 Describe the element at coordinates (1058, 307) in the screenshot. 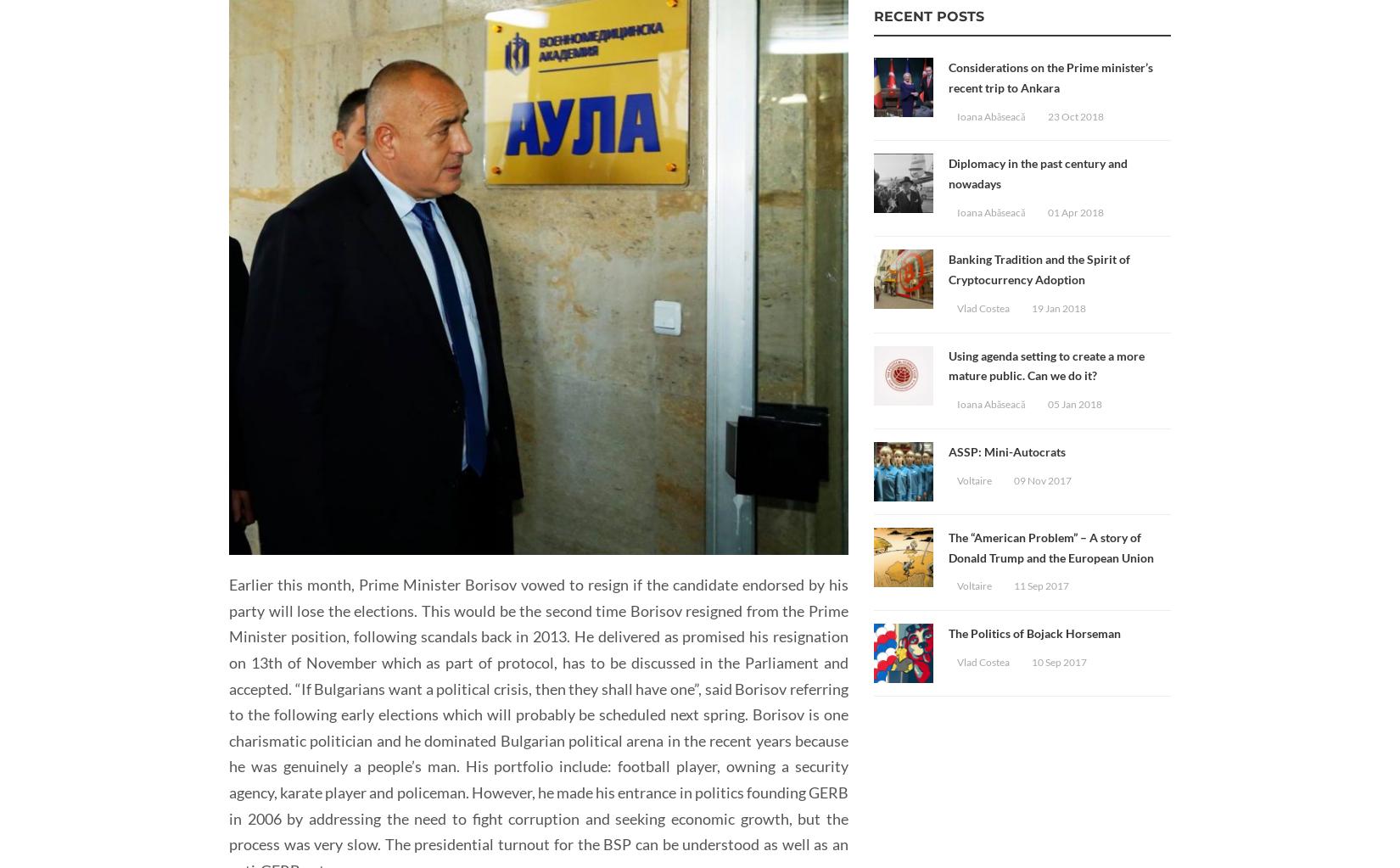

I see `'19 Jan 2018'` at that location.